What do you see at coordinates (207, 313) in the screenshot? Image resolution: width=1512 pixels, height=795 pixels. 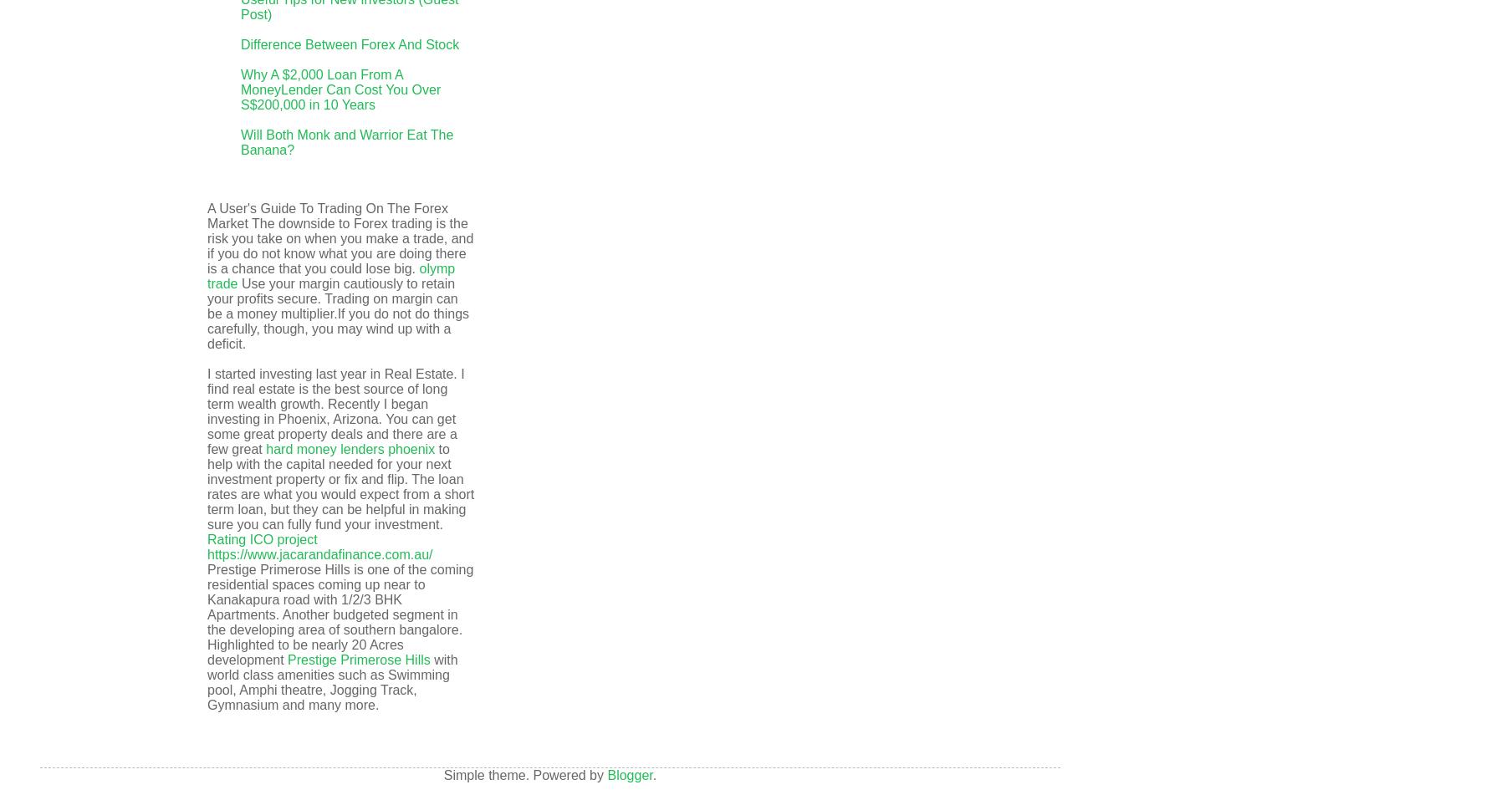 I see `'Use your margin cautiously to retain your profits secure. Trading on margin can be a money multiplier.If you do not do things carefully, though, you may wind up with a deficit.'` at bounding box center [207, 313].